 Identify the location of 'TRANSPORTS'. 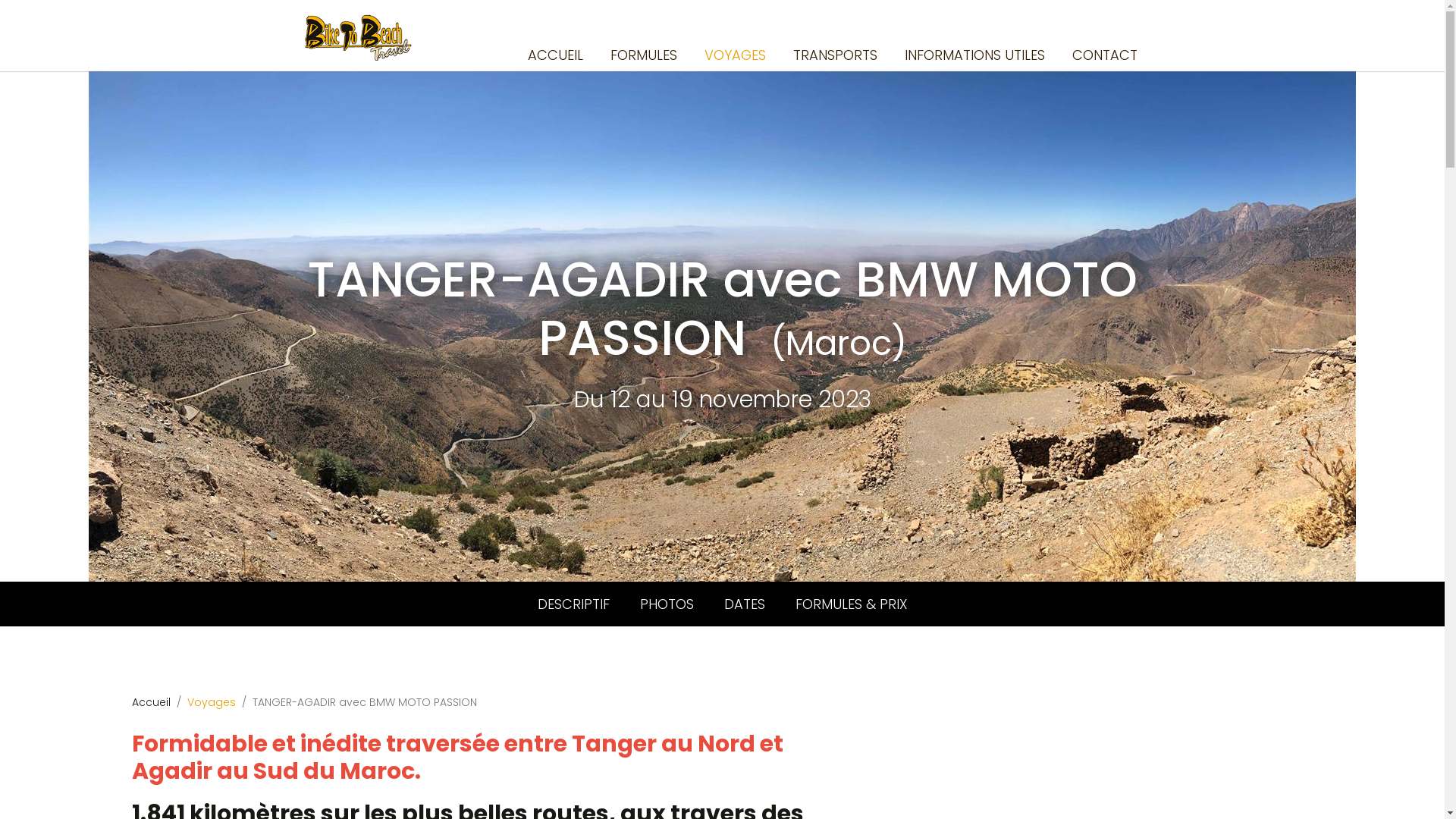
(834, 54).